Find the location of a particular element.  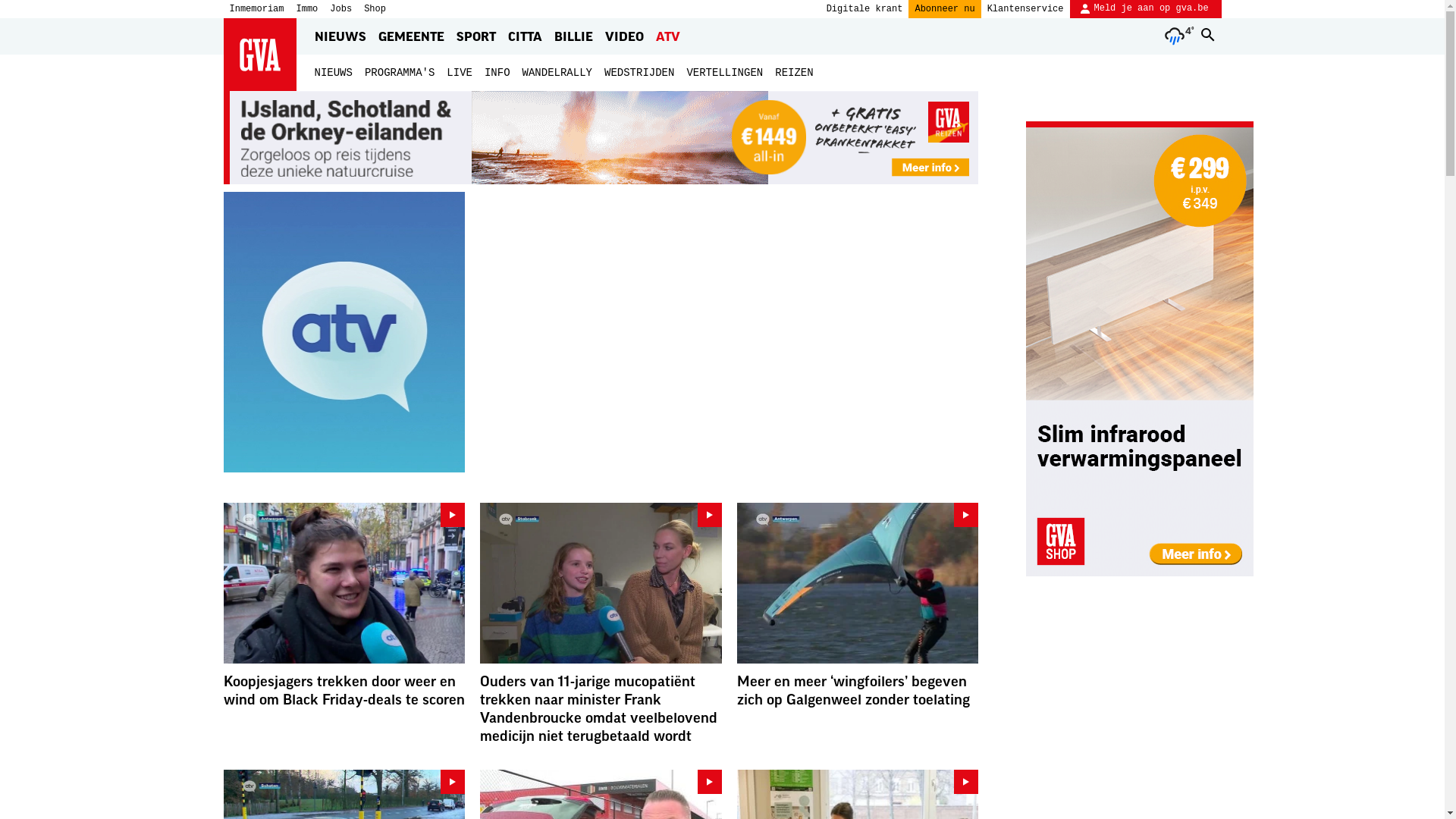

'Abonneer nu' is located at coordinates (943, 8).